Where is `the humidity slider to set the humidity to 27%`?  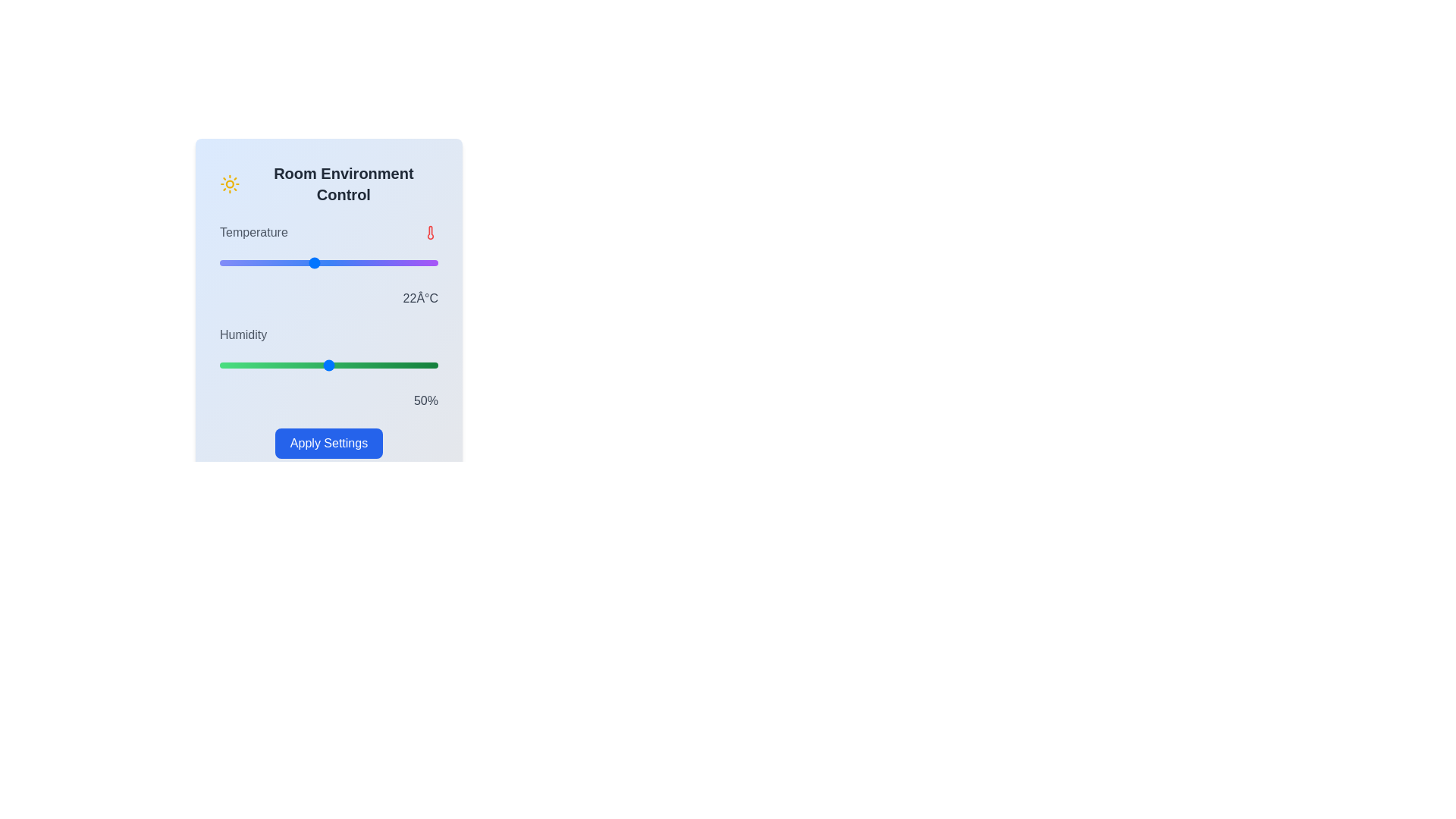
the humidity slider to set the humidity to 27% is located at coordinates (278, 366).